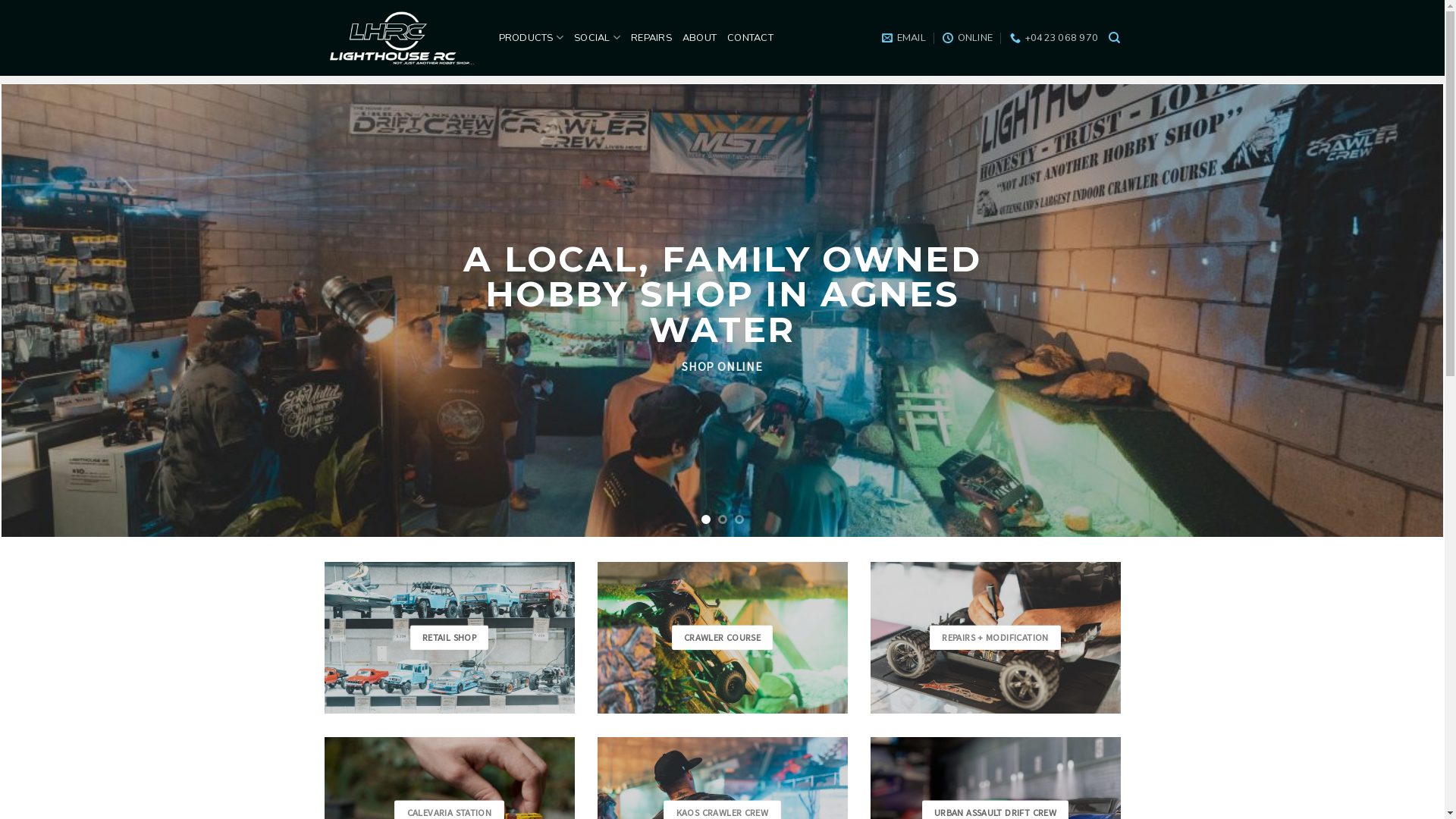 Image resolution: width=1456 pixels, height=819 pixels. Describe the element at coordinates (967, 37) in the screenshot. I see `'ONLINE'` at that location.